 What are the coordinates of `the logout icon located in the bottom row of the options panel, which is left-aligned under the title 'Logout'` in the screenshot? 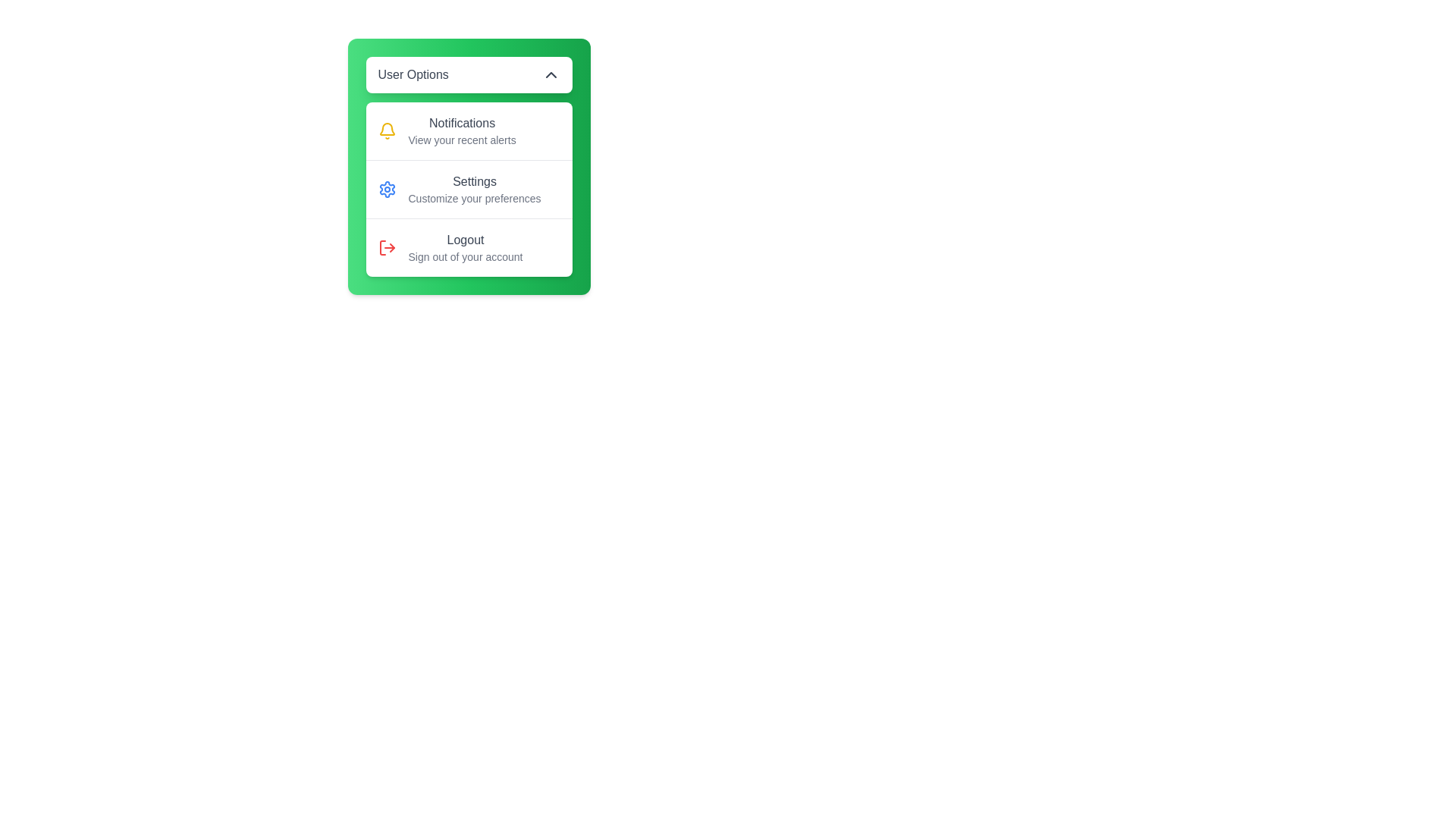 It's located at (387, 247).